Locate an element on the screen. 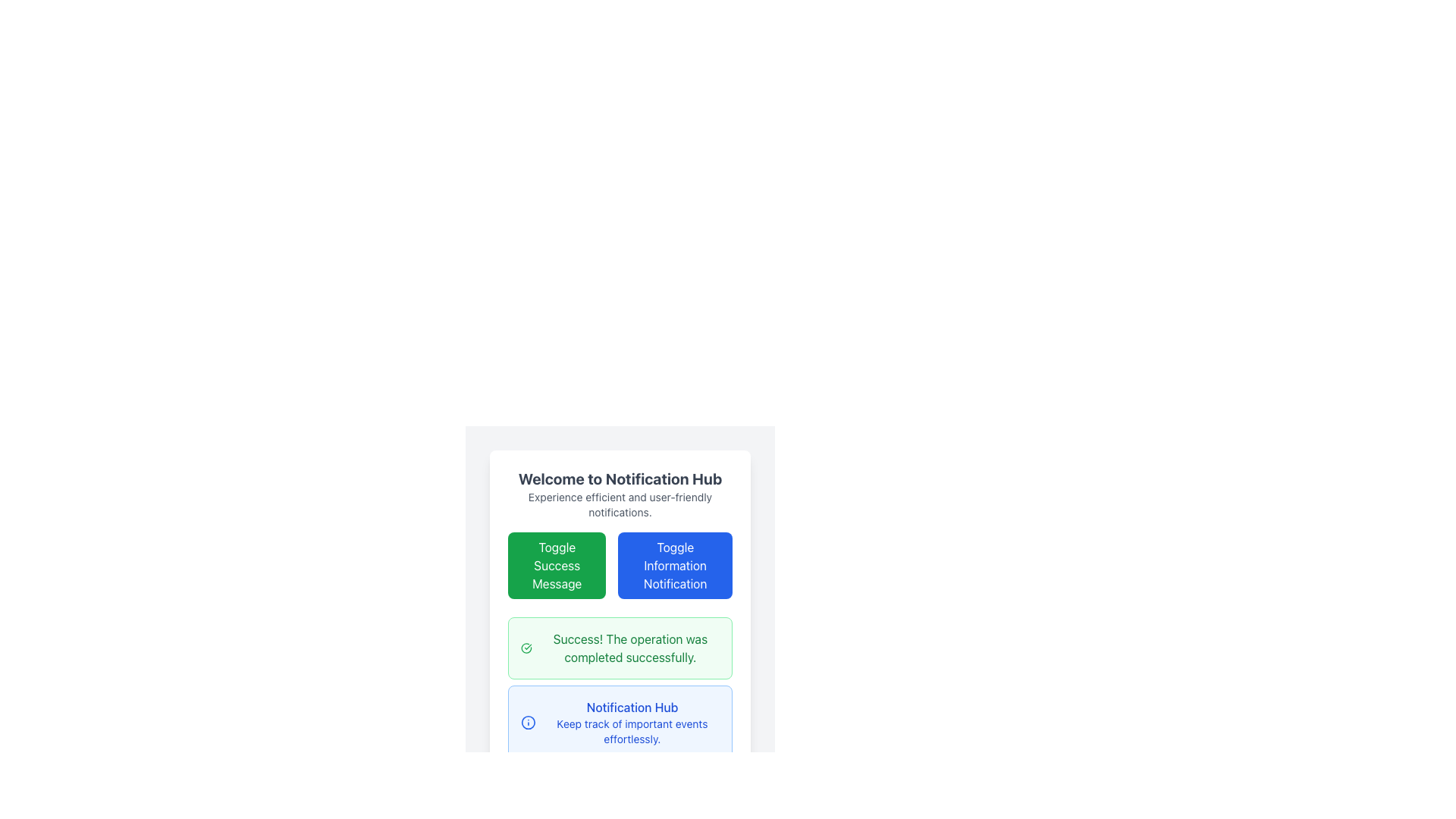 The image size is (1456, 819). the Informational Panel that features the bold blue text 'Notification Hub' and a smaller description 'Keep track of important events effortlessly', located at the bottom section of the interface card with a light blue background is located at coordinates (632, 721).